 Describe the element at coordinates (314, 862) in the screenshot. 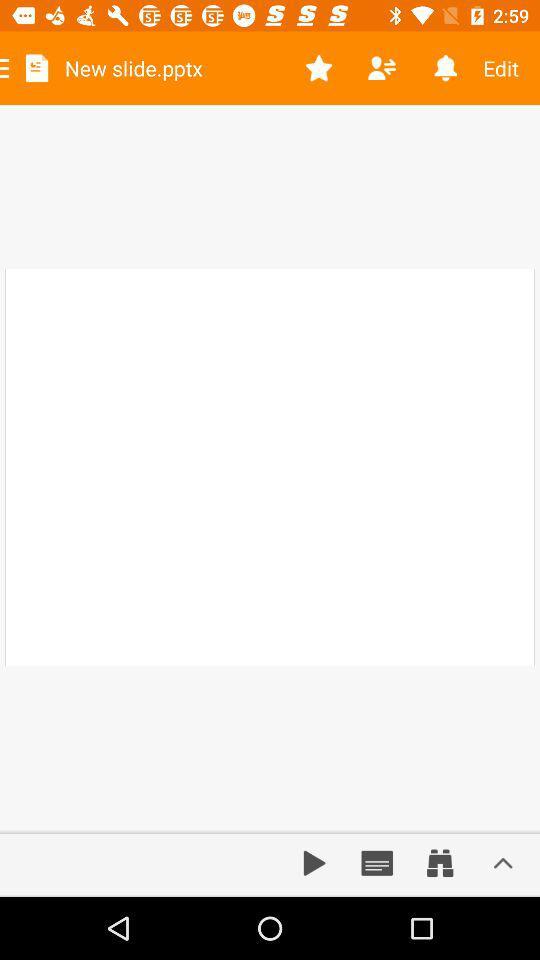

I see `audio` at that location.